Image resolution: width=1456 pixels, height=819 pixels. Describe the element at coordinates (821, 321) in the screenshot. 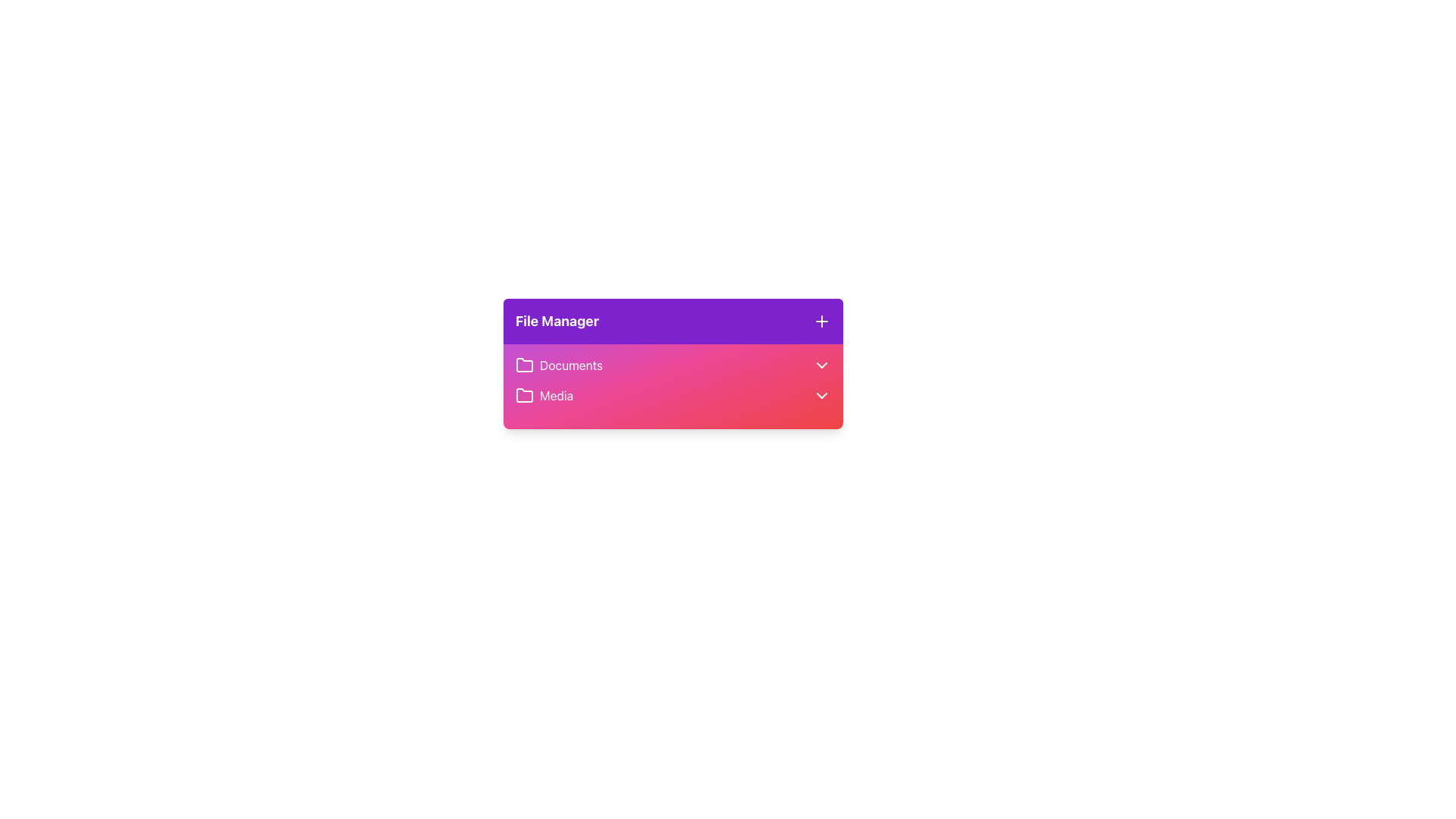

I see `the plus/add Icon button located in the top-right corner of the purple header labeled 'File Manager'` at that location.